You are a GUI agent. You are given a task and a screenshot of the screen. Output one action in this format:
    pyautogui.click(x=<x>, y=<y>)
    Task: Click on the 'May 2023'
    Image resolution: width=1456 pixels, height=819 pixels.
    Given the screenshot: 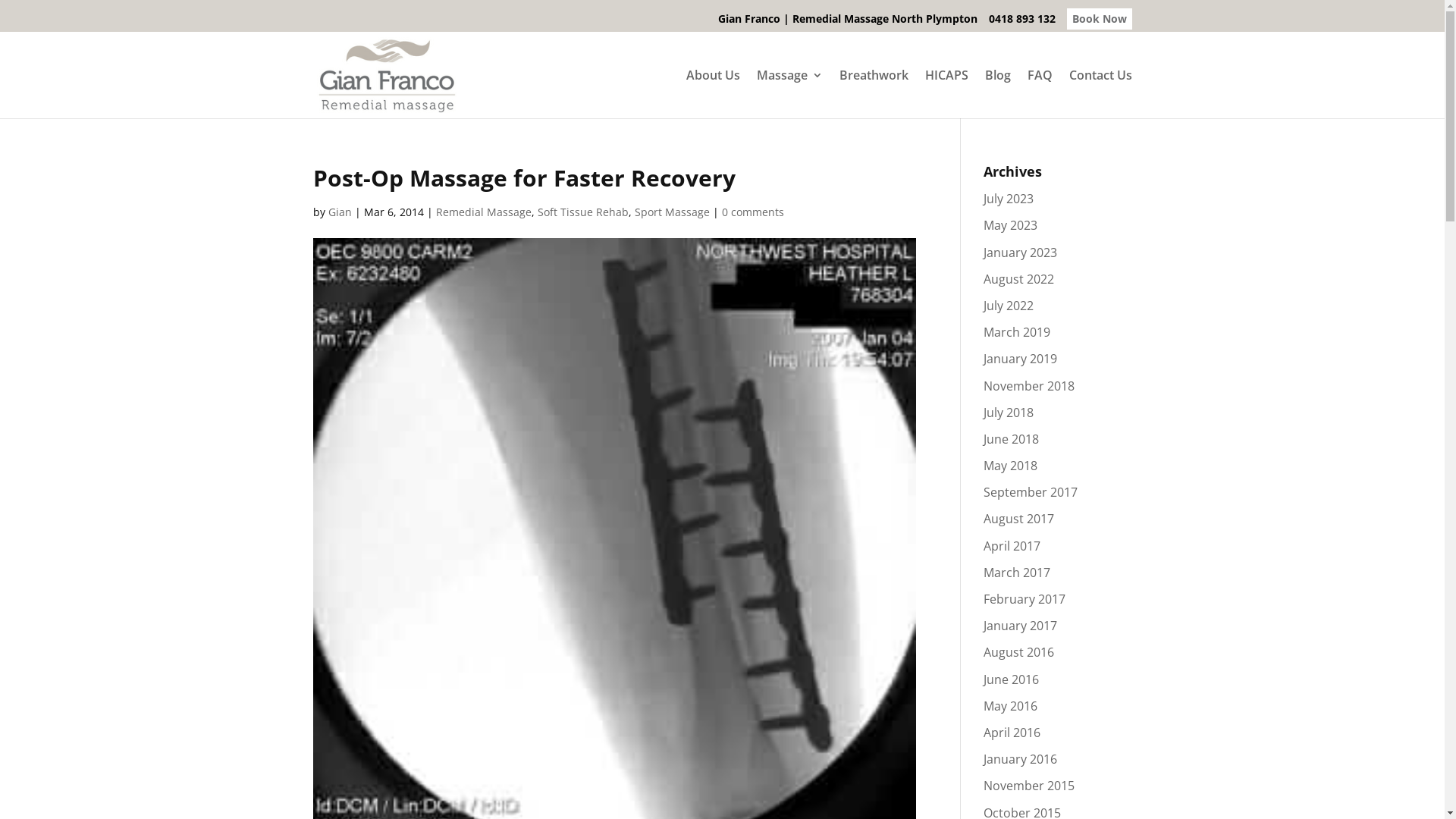 What is the action you would take?
    pyautogui.click(x=1010, y=225)
    